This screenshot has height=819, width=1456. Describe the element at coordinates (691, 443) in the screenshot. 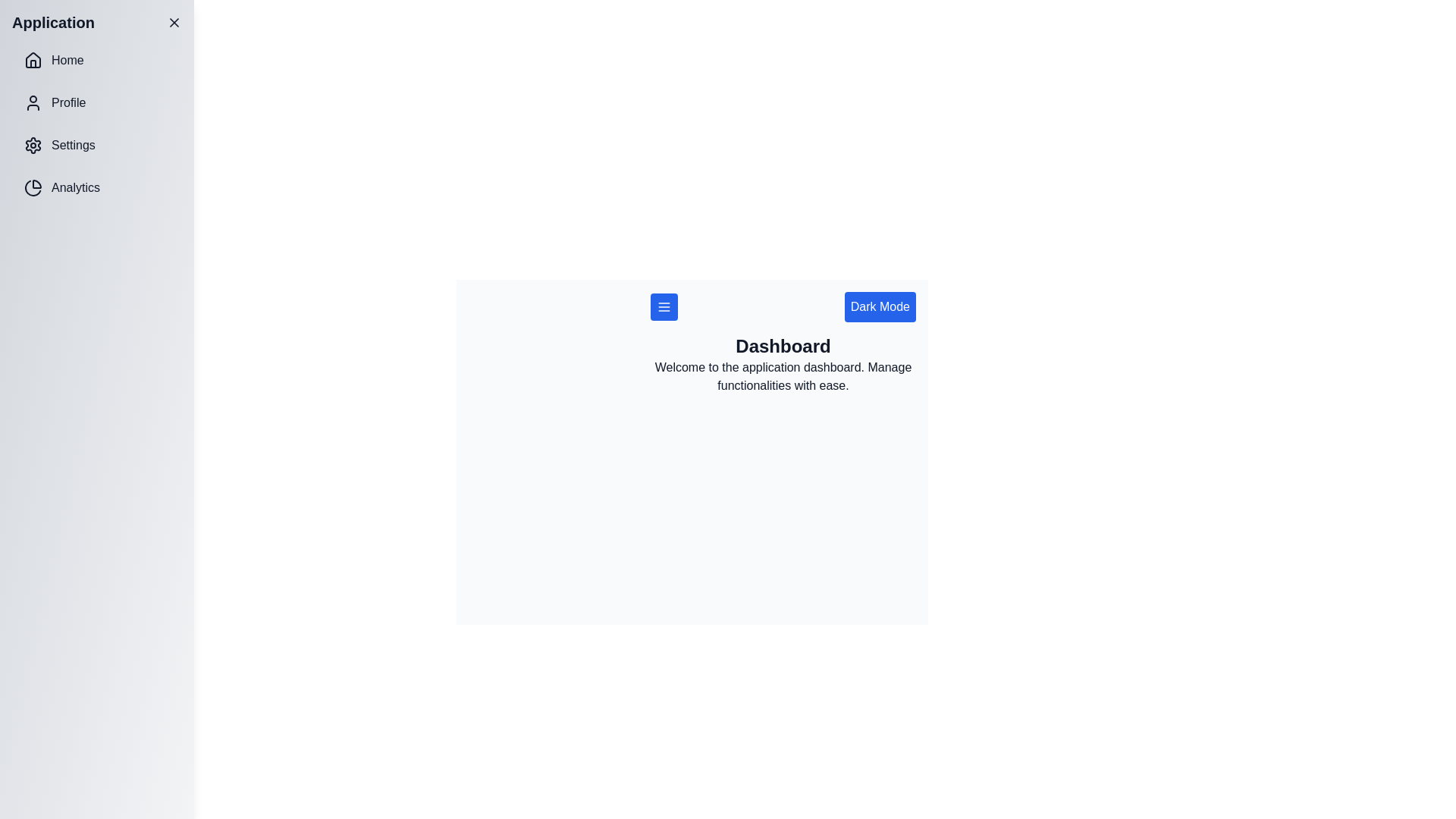

I see `the main display section of the dashboard interface, which presents an introduction or overview of the functionalities available in the application` at that location.